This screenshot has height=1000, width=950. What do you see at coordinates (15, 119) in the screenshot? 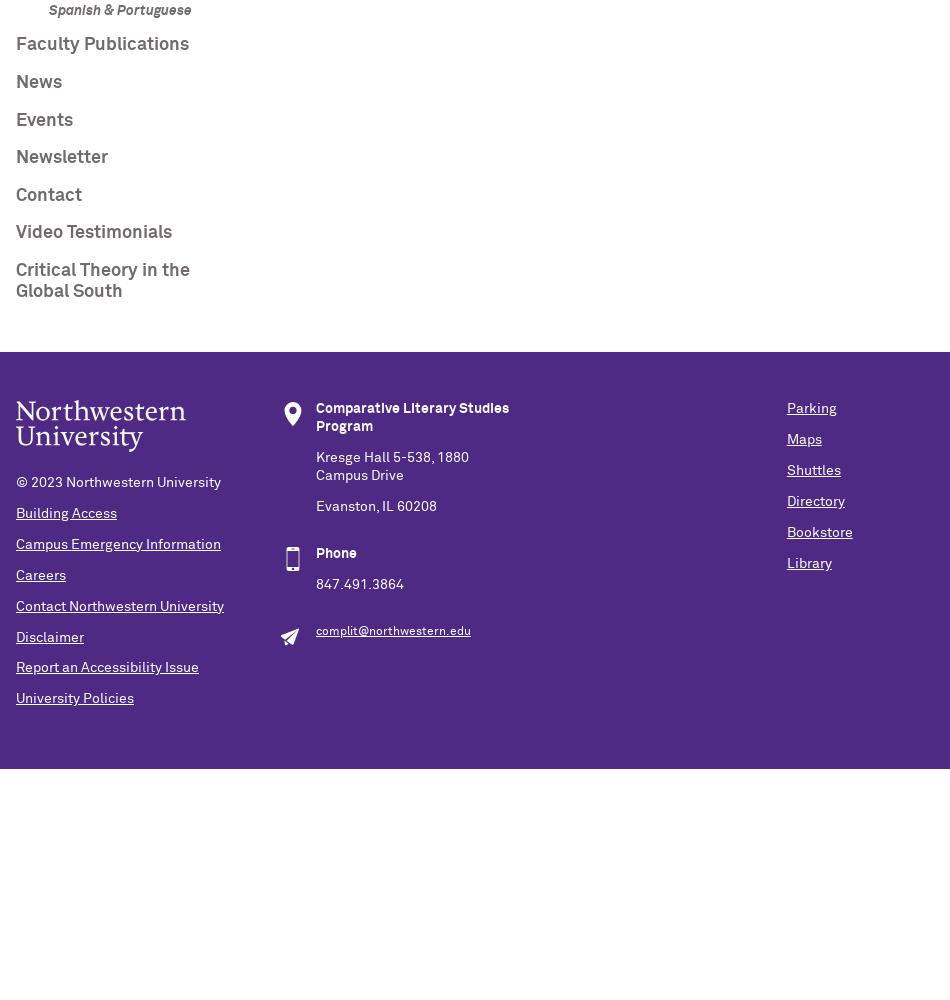
I see `'Events'` at bounding box center [15, 119].